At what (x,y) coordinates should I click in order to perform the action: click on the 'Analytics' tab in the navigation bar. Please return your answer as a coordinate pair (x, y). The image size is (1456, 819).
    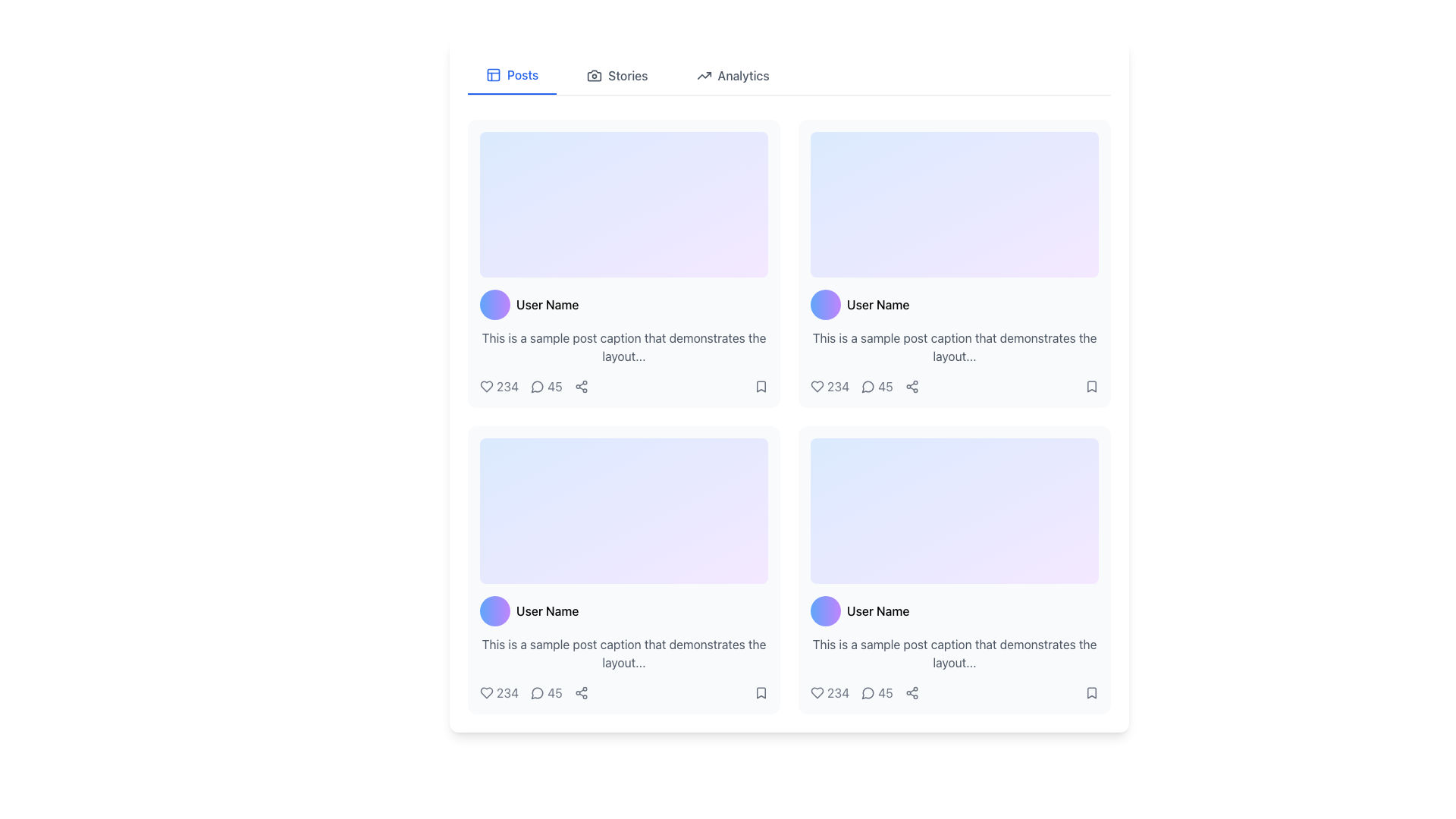
    Looking at the image, I should click on (733, 76).